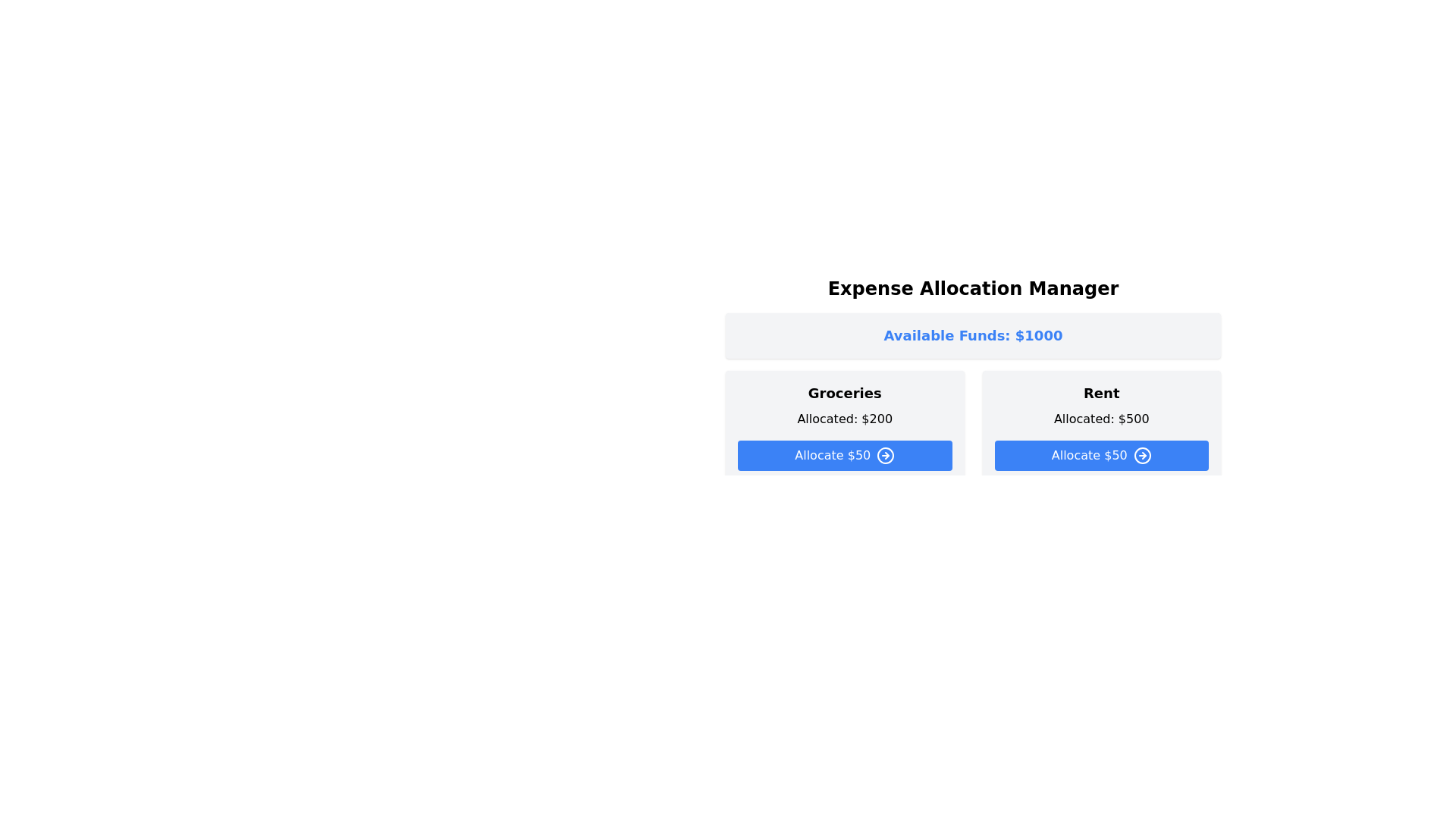  What do you see at coordinates (1101, 455) in the screenshot?
I see `the button that allocates $50 towards the 'Rent' category` at bounding box center [1101, 455].